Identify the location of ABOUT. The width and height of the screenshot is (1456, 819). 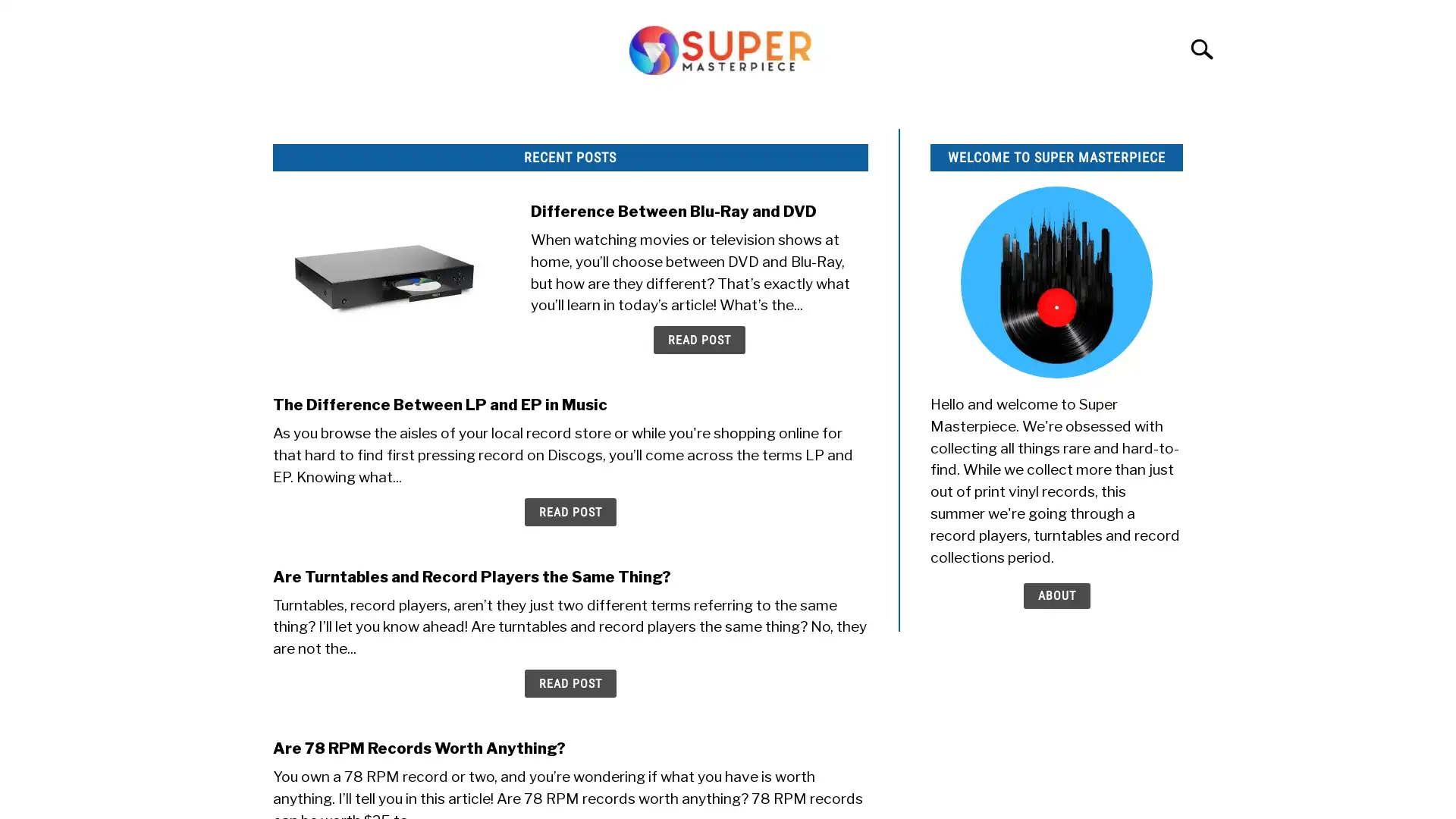
(1055, 595).